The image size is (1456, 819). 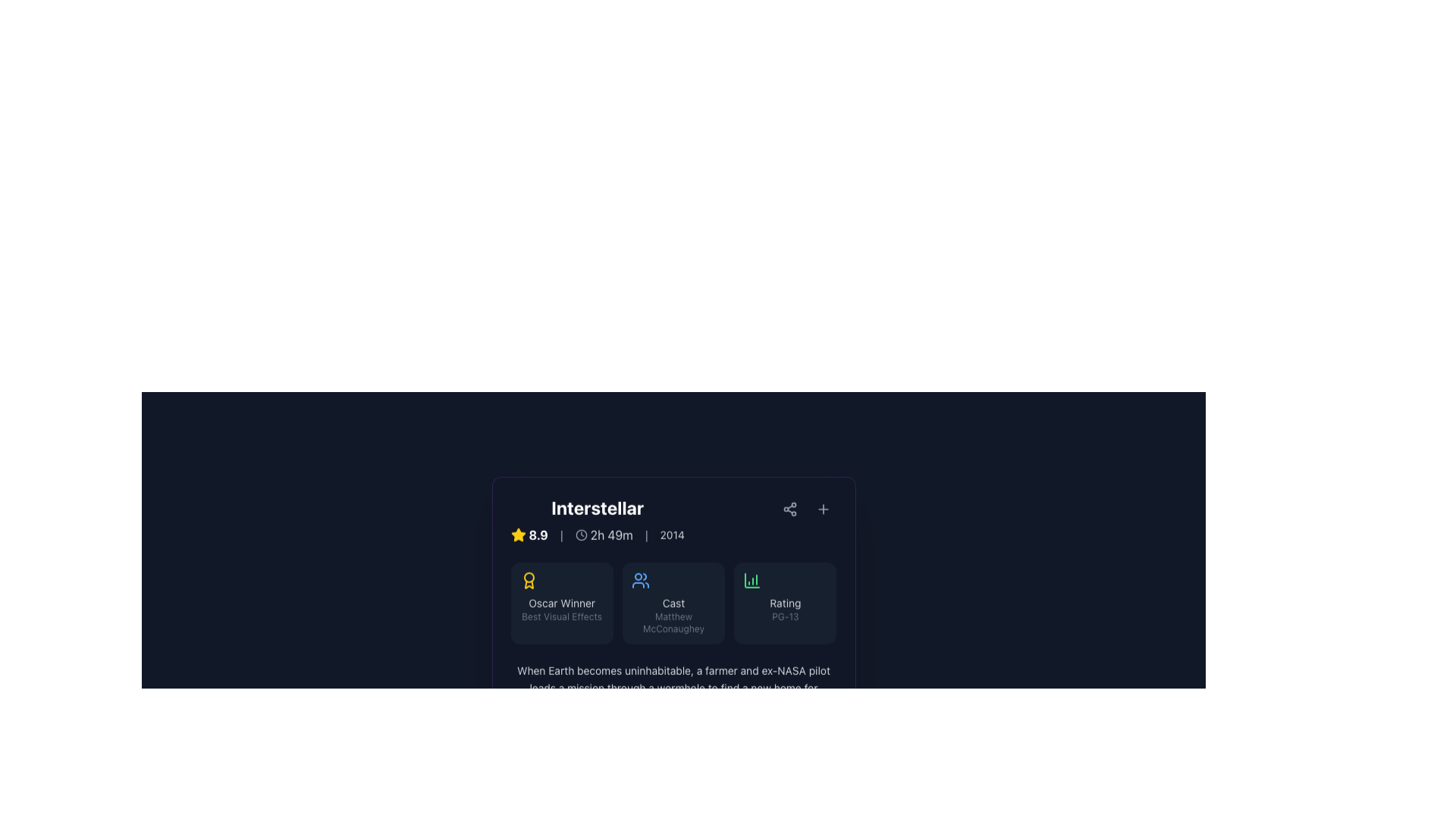 What do you see at coordinates (789, 509) in the screenshot?
I see `the interactive sharing icon located in the upper-right corner of the movie details card` at bounding box center [789, 509].